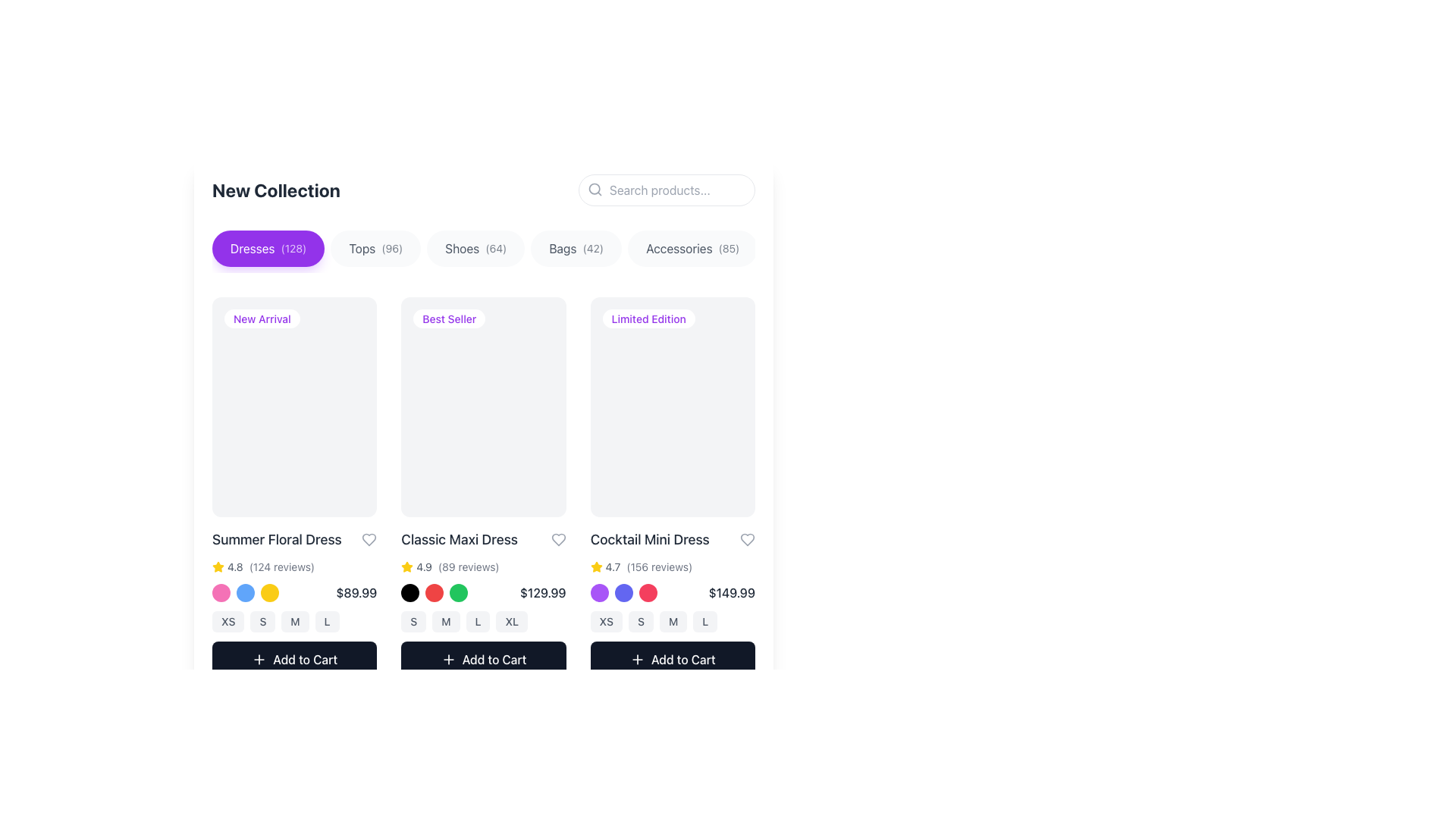 The height and width of the screenshot is (819, 1456). I want to click on the 'New Arrival' label styled with purple text, located in the top-left corner of the first product card in the 'New Collection' section, so click(262, 318).